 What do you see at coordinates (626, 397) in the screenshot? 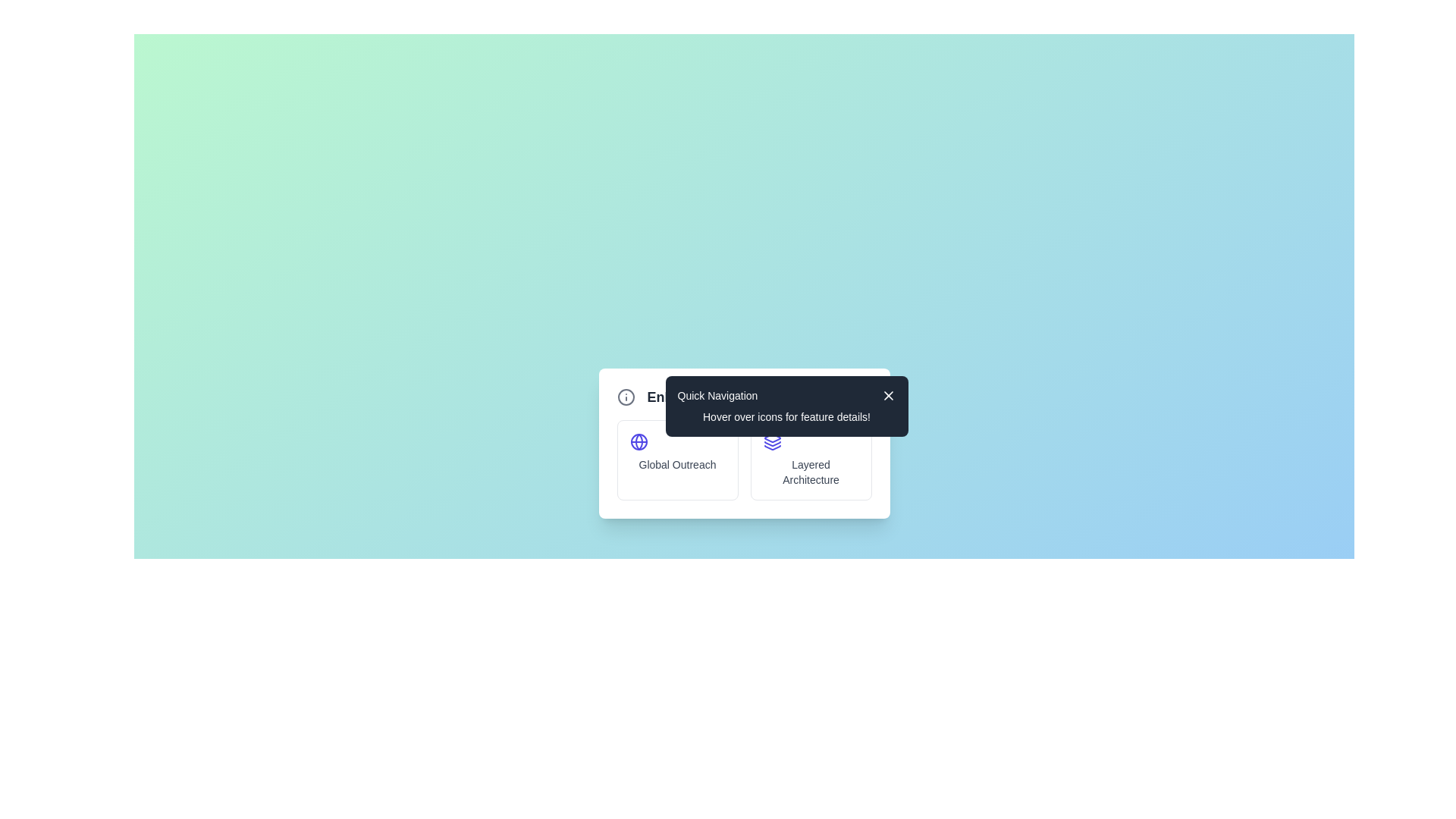
I see `the leftmost icon adjacent to the 'Enhanced Explorer' text label` at bounding box center [626, 397].